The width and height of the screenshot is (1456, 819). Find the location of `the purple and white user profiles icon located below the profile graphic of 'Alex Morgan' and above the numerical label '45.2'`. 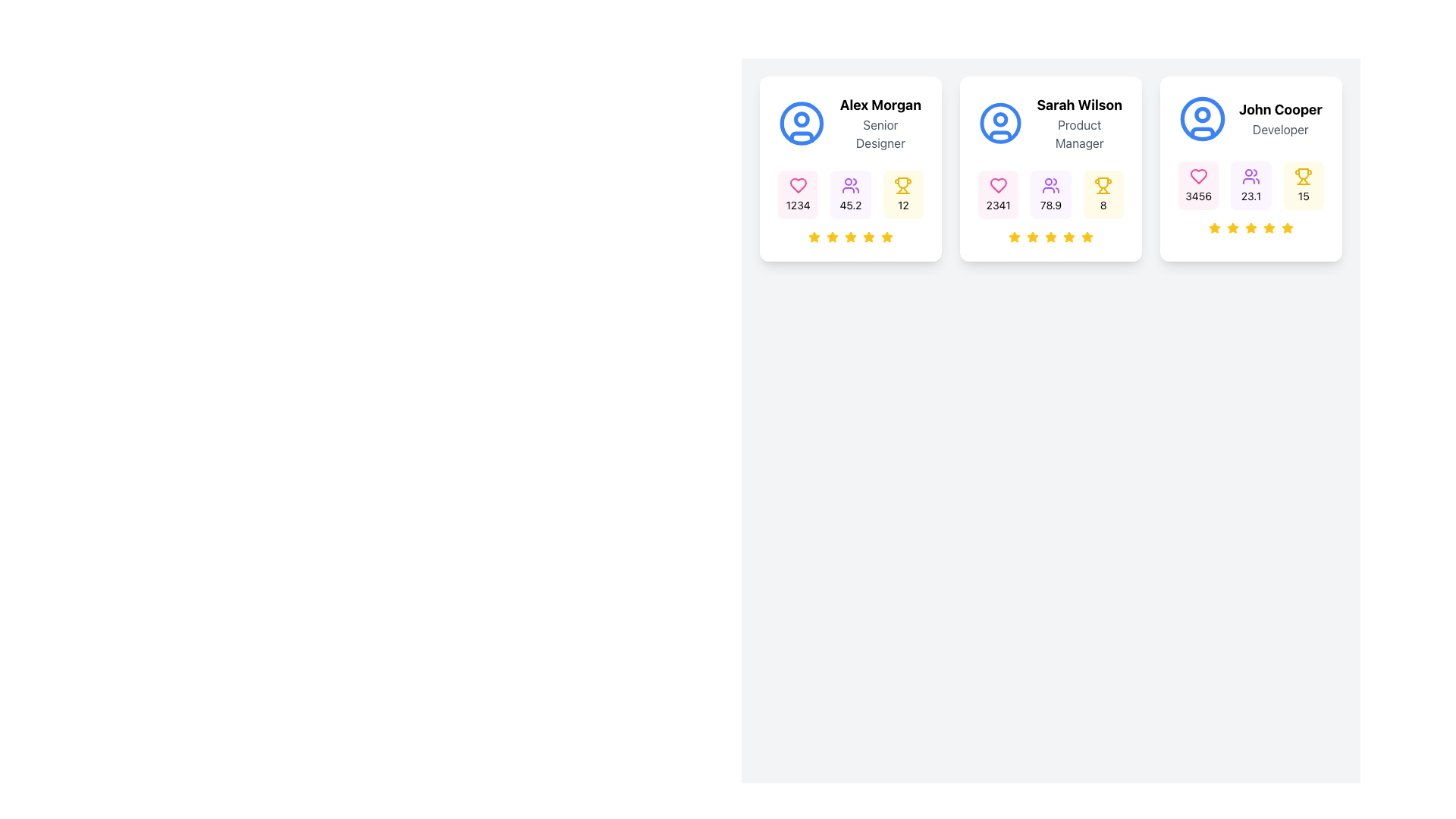

the purple and white user profiles icon located below the profile graphic of 'Alex Morgan' and above the numerical label '45.2' is located at coordinates (851, 185).